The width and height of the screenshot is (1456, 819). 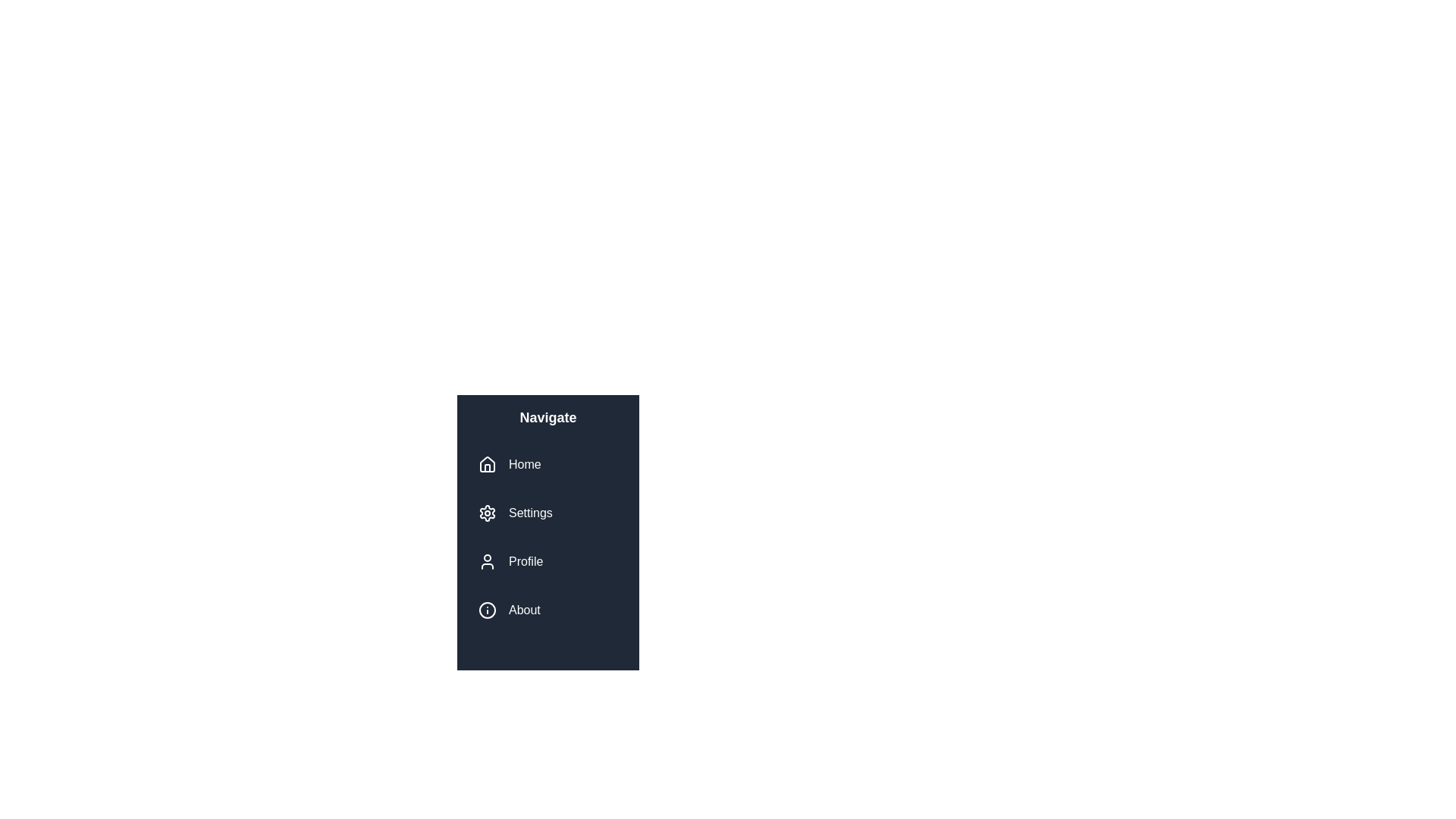 What do you see at coordinates (530, 513) in the screenshot?
I see `the 'Settings' text label located in the vertical navigation menu, positioned between 'Home' and 'Profile'` at bounding box center [530, 513].